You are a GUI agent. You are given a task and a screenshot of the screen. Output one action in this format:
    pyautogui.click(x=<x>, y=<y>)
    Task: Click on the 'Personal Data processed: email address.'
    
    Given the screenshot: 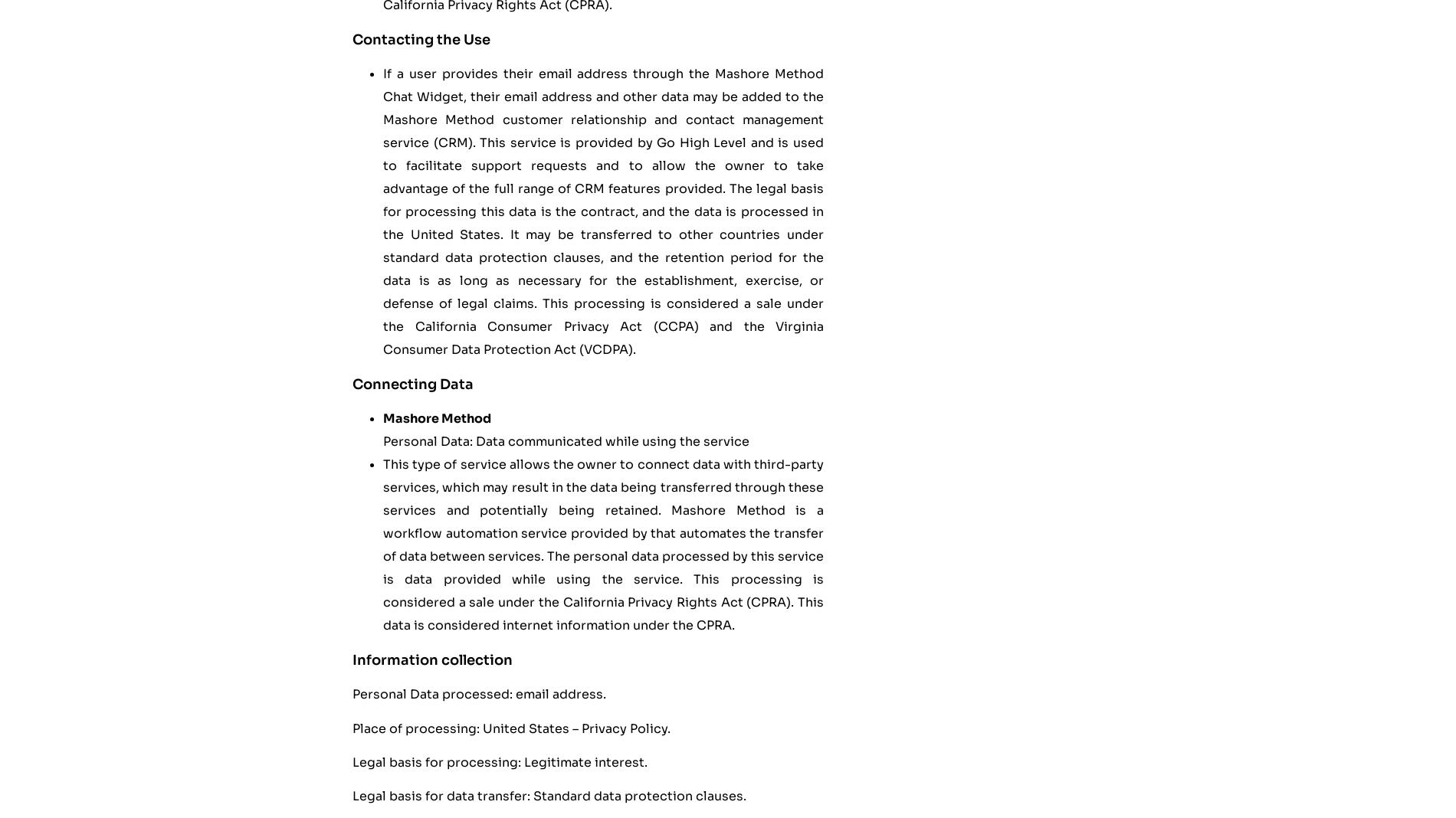 What is the action you would take?
    pyautogui.click(x=351, y=693)
    